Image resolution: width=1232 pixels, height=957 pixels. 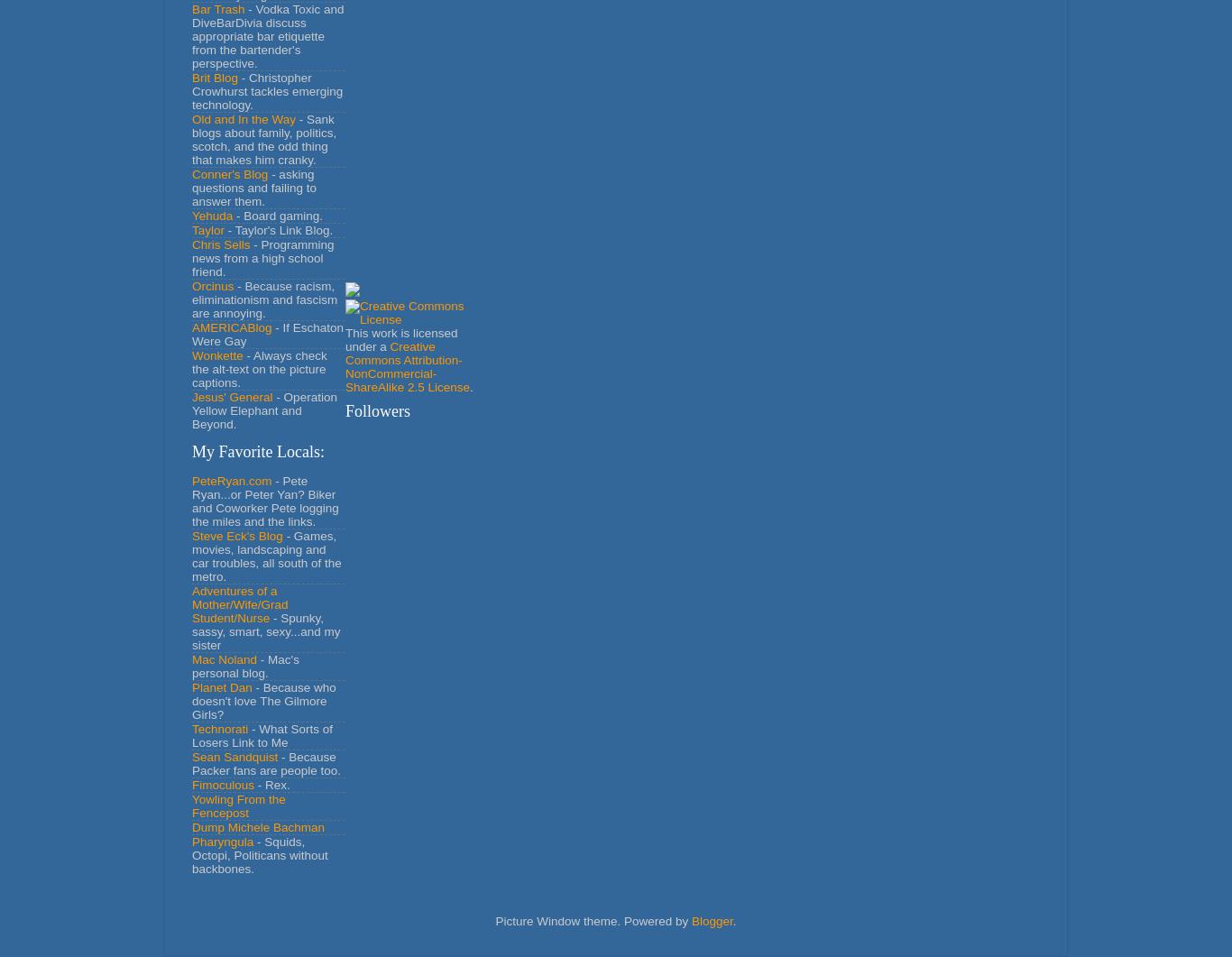 What do you see at coordinates (238, 805) in the screenshot?
I see `'Yowling From the Fencepost'` at bounding box center [238, 805].